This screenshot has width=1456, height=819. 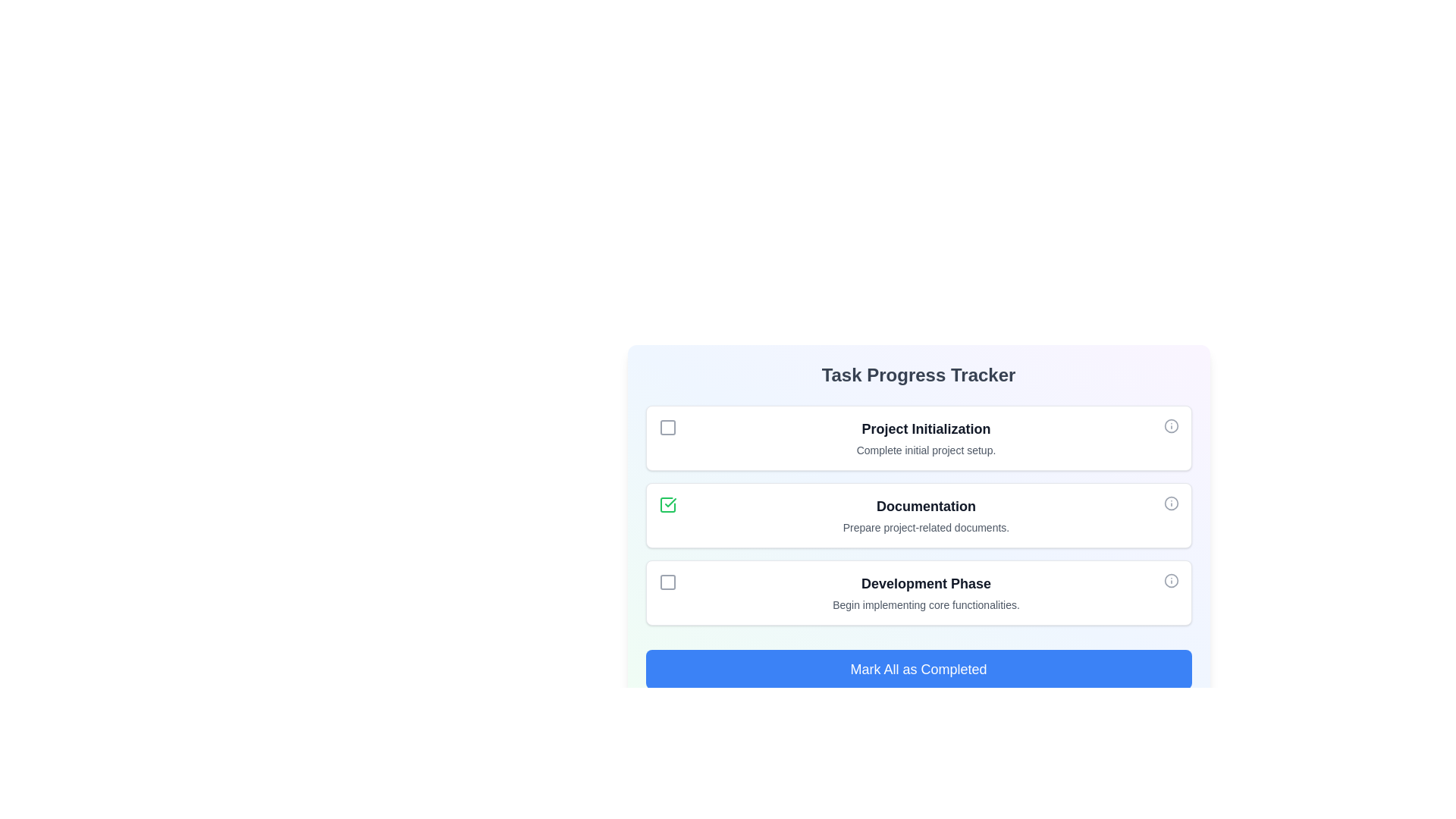 I want to click on the Text Label displaying 'Task Progress Tracker', which is styled in bold font and centered alignment at the top of the 'Task Progress Tracker' area, so click(x=918, y=375).